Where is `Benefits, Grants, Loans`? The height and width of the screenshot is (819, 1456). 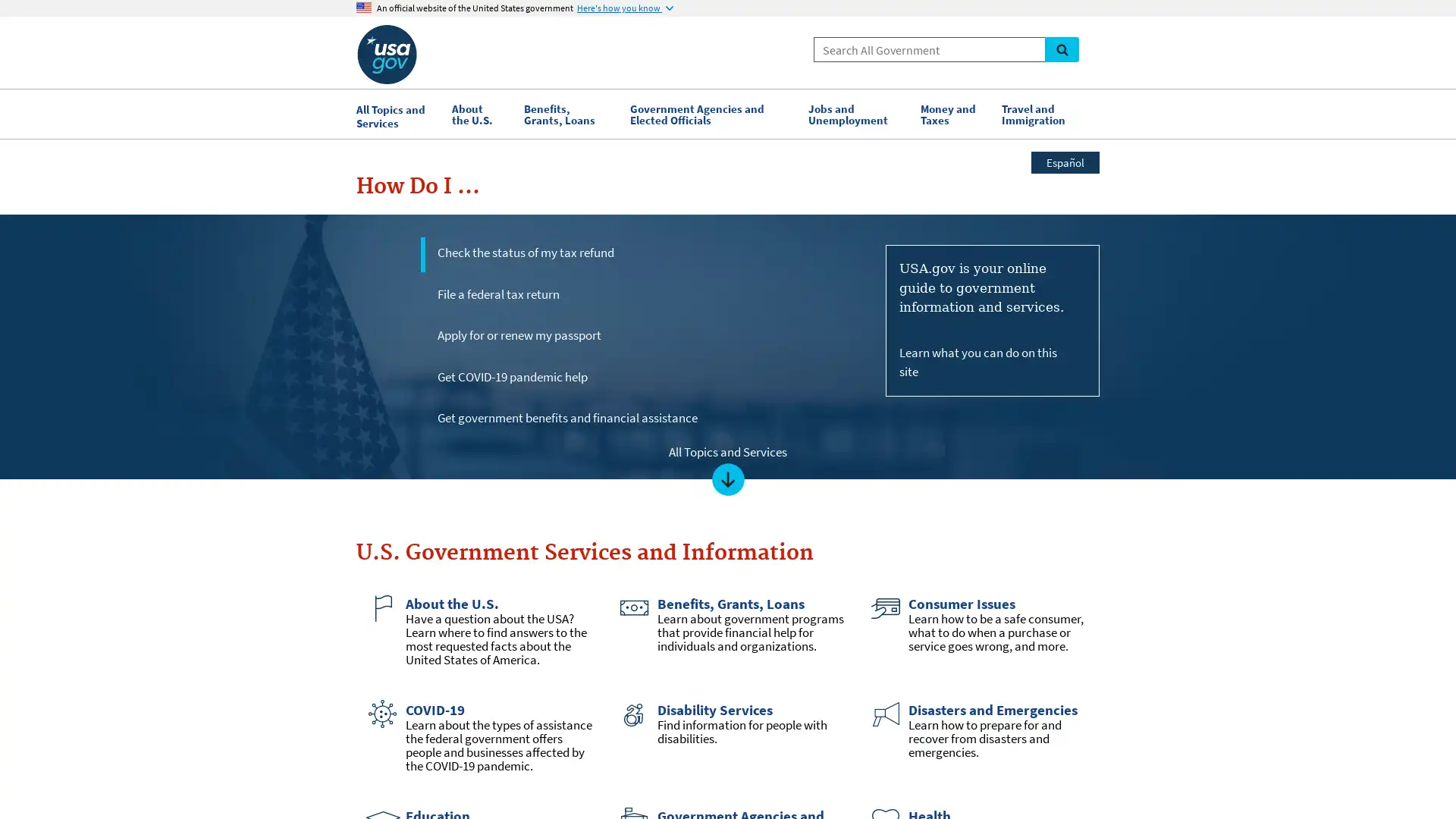 Benefits, Grants, Loans is located at coordinates (568, 113).